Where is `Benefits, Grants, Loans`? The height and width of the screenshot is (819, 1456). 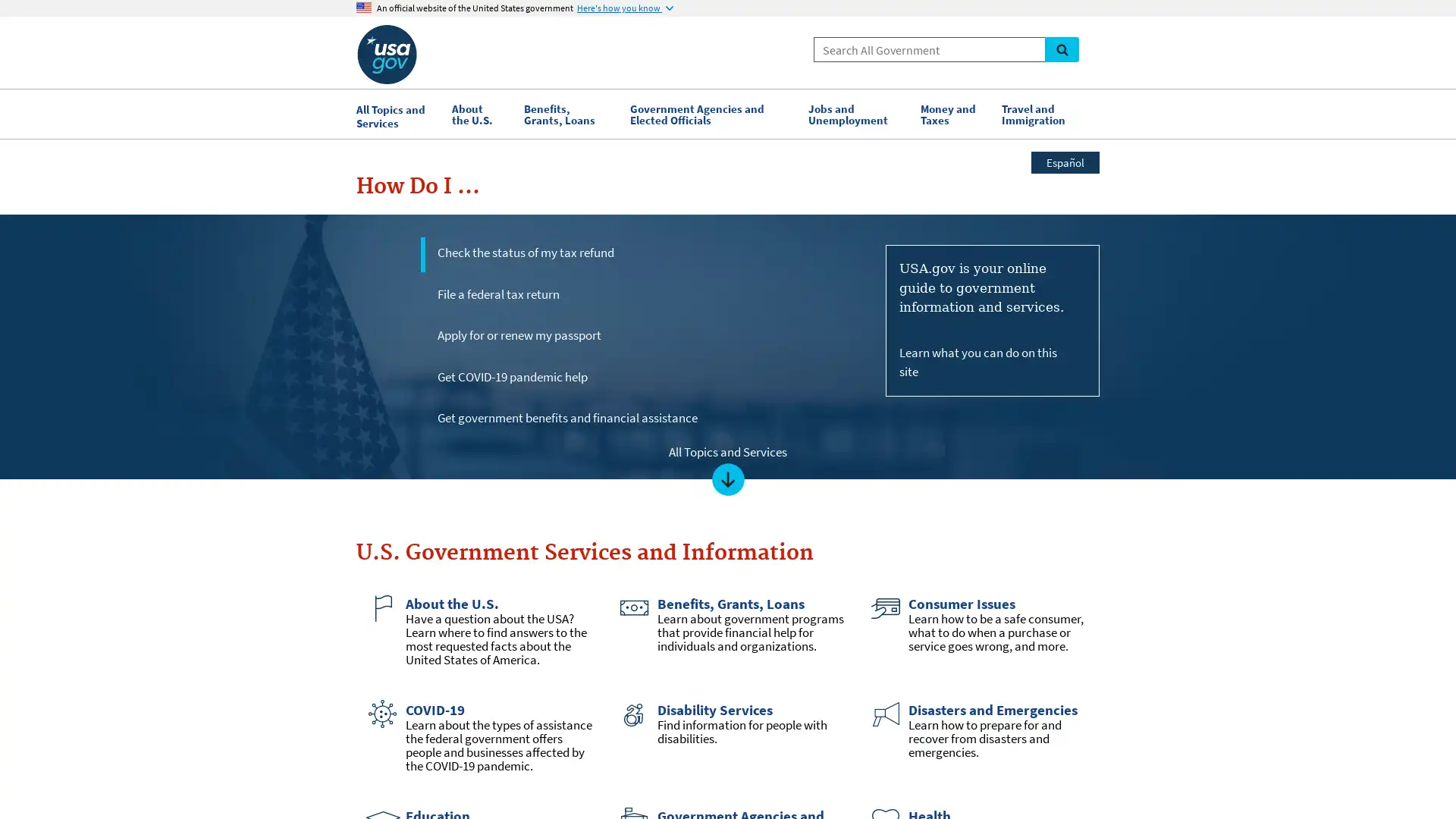 Benefits, Grants, Loans is located at coordinates (568, 113).